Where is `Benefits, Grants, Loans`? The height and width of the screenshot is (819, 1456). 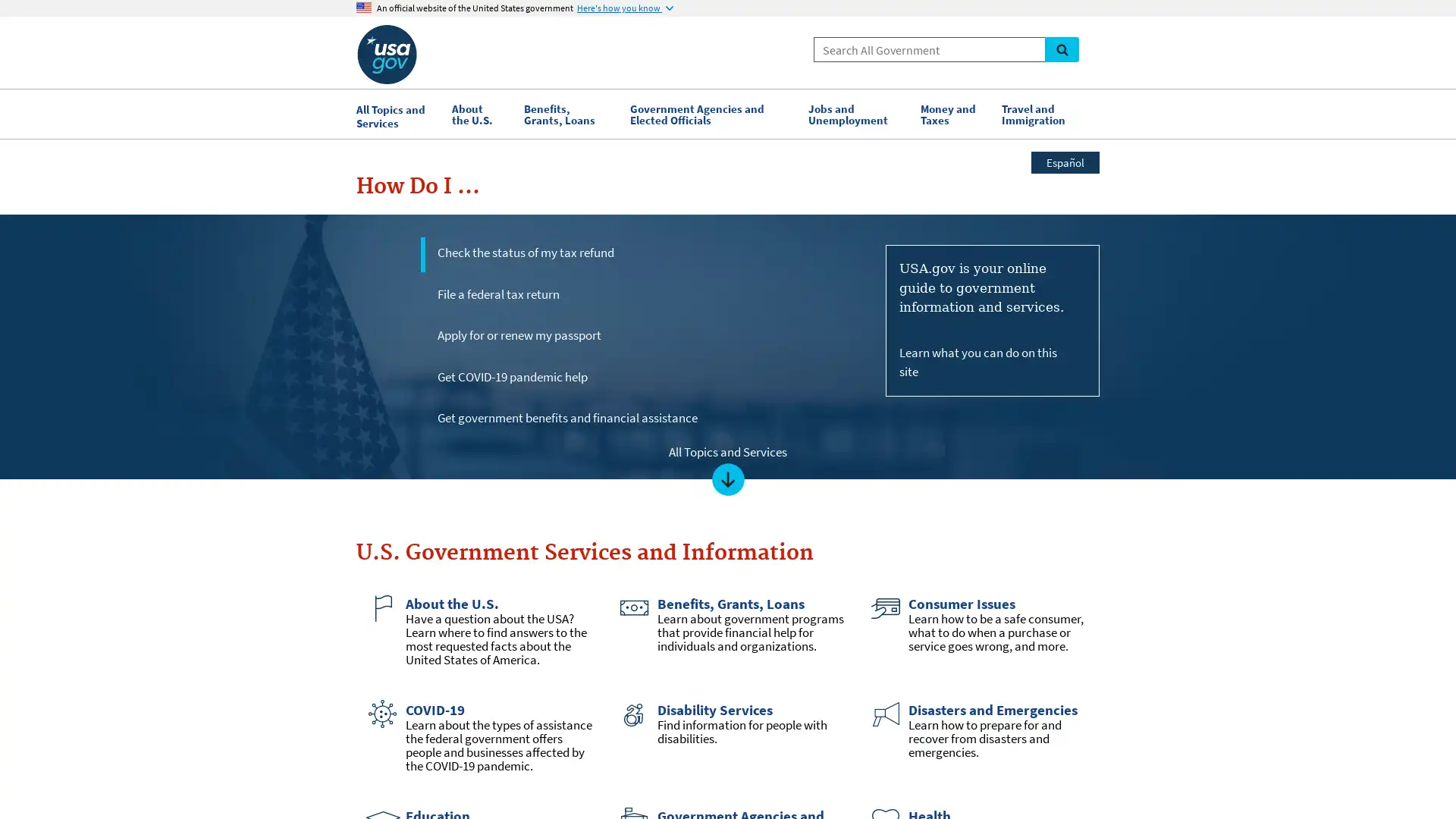 Benefits, Grants, Loans is located at coordinates (568, 113).